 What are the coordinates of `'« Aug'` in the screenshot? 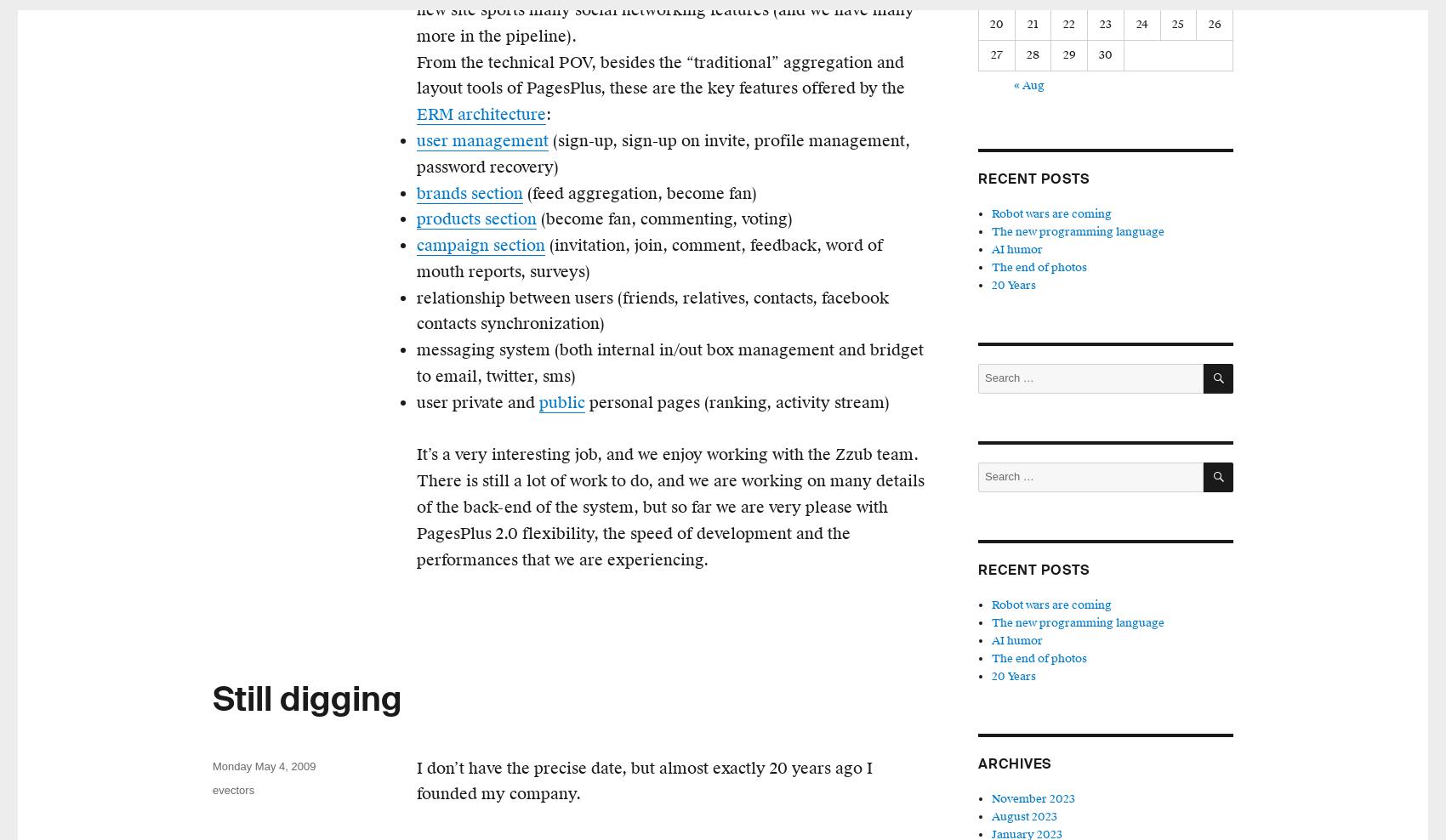 It's located at (1013, 85).